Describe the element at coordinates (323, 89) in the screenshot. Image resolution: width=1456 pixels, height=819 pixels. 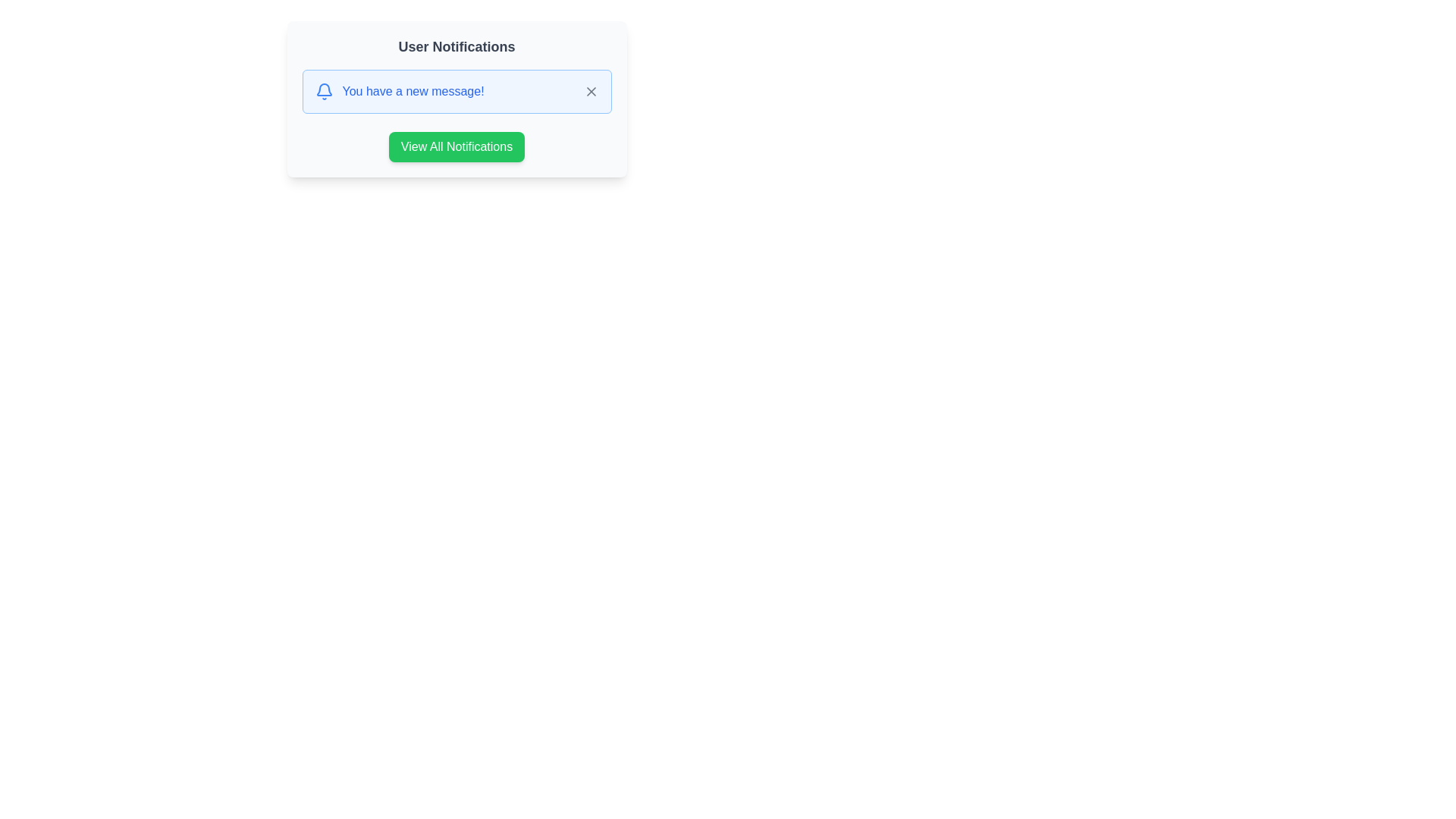
I see `the notification icon located` at that location.